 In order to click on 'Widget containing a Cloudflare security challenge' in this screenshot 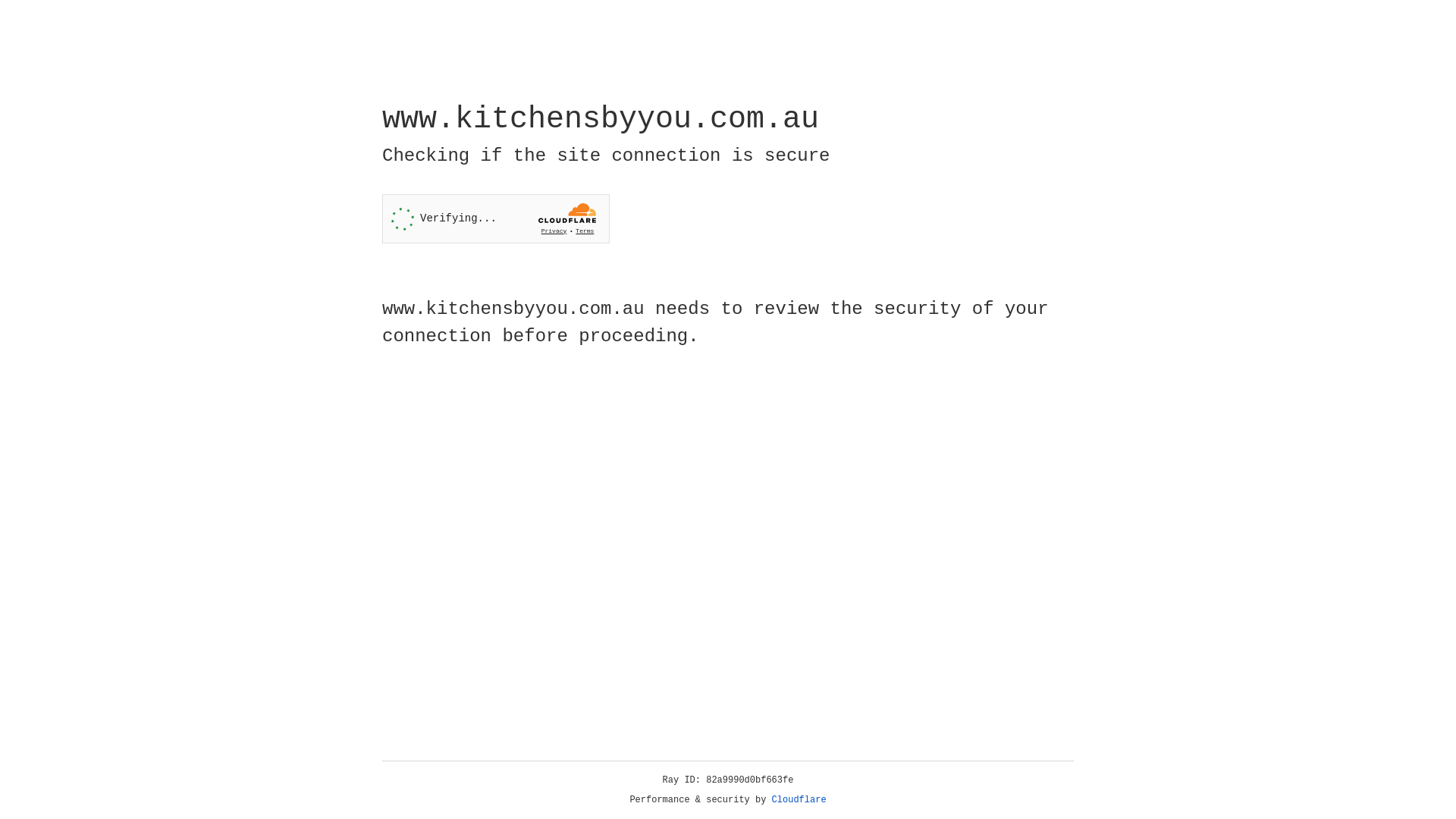, I will do `click(495, 218)`.